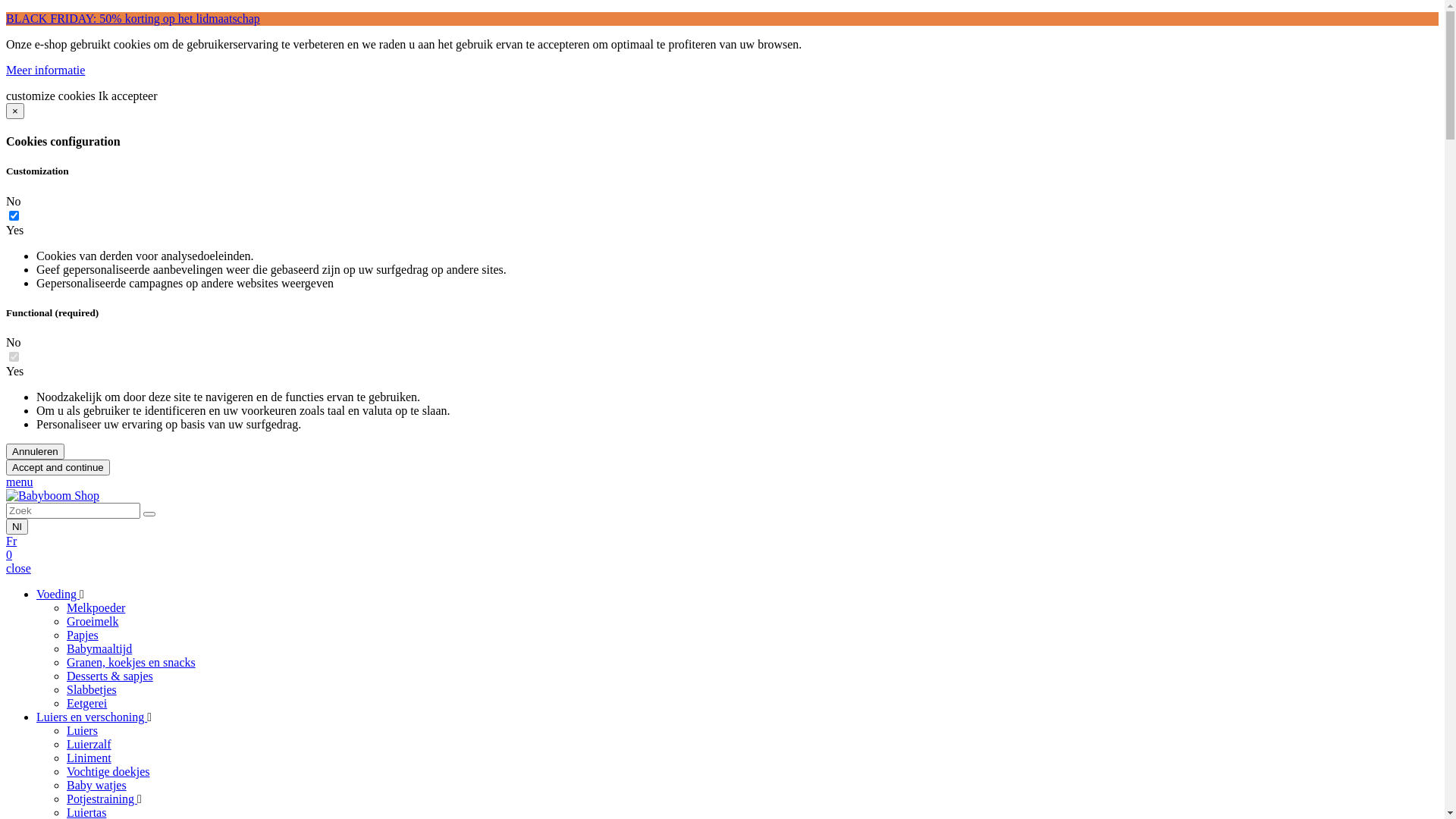 This screenshot has height=819, width=1456. What do you see at coordinates (58, 466) in the screenshot?
I see `'Accept and continue'` at bounding box center [58, 466].